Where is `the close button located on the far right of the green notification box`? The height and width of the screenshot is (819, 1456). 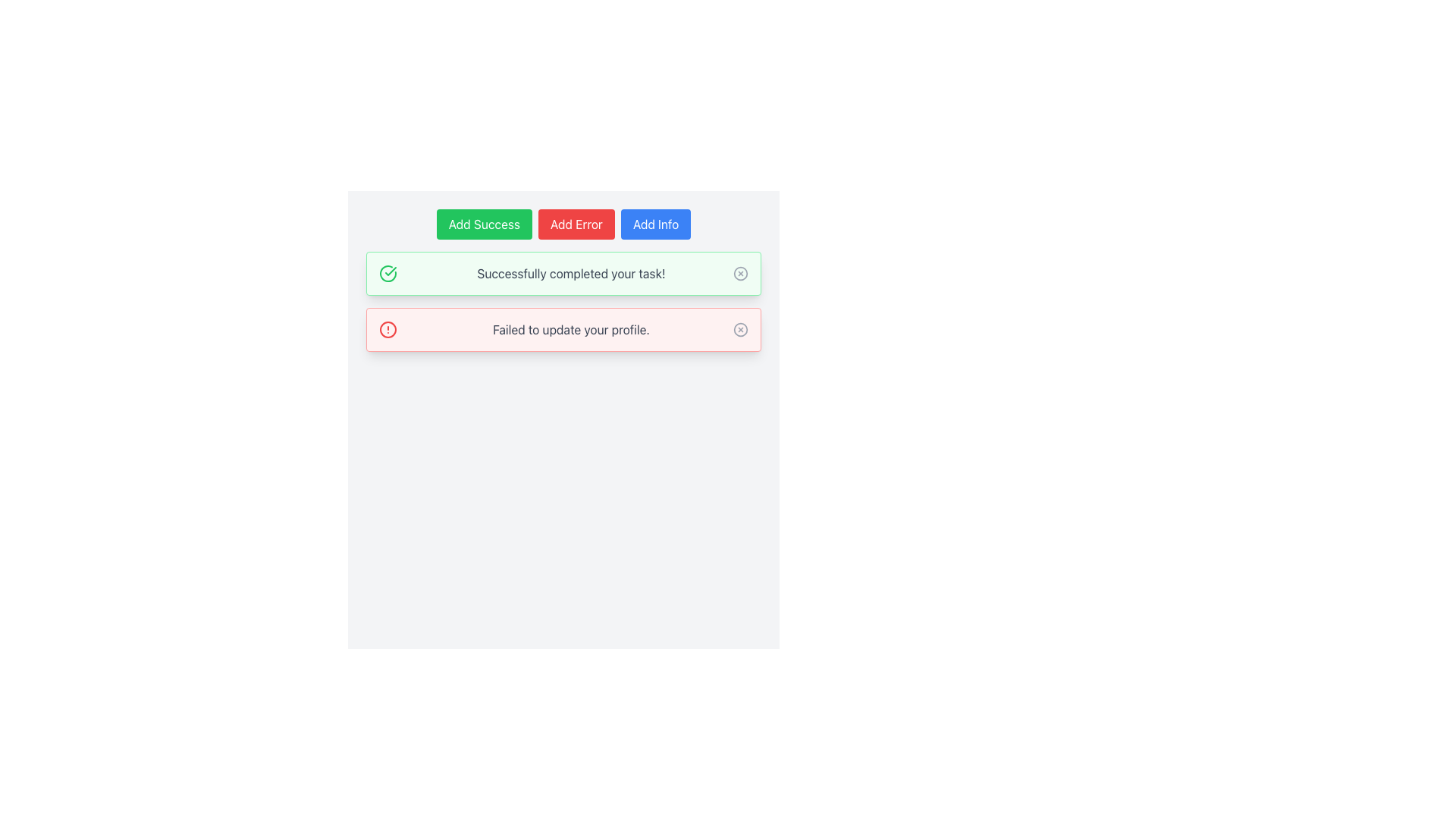 the close button located on the far right of the green notification box is located at coordinates (741, 274).